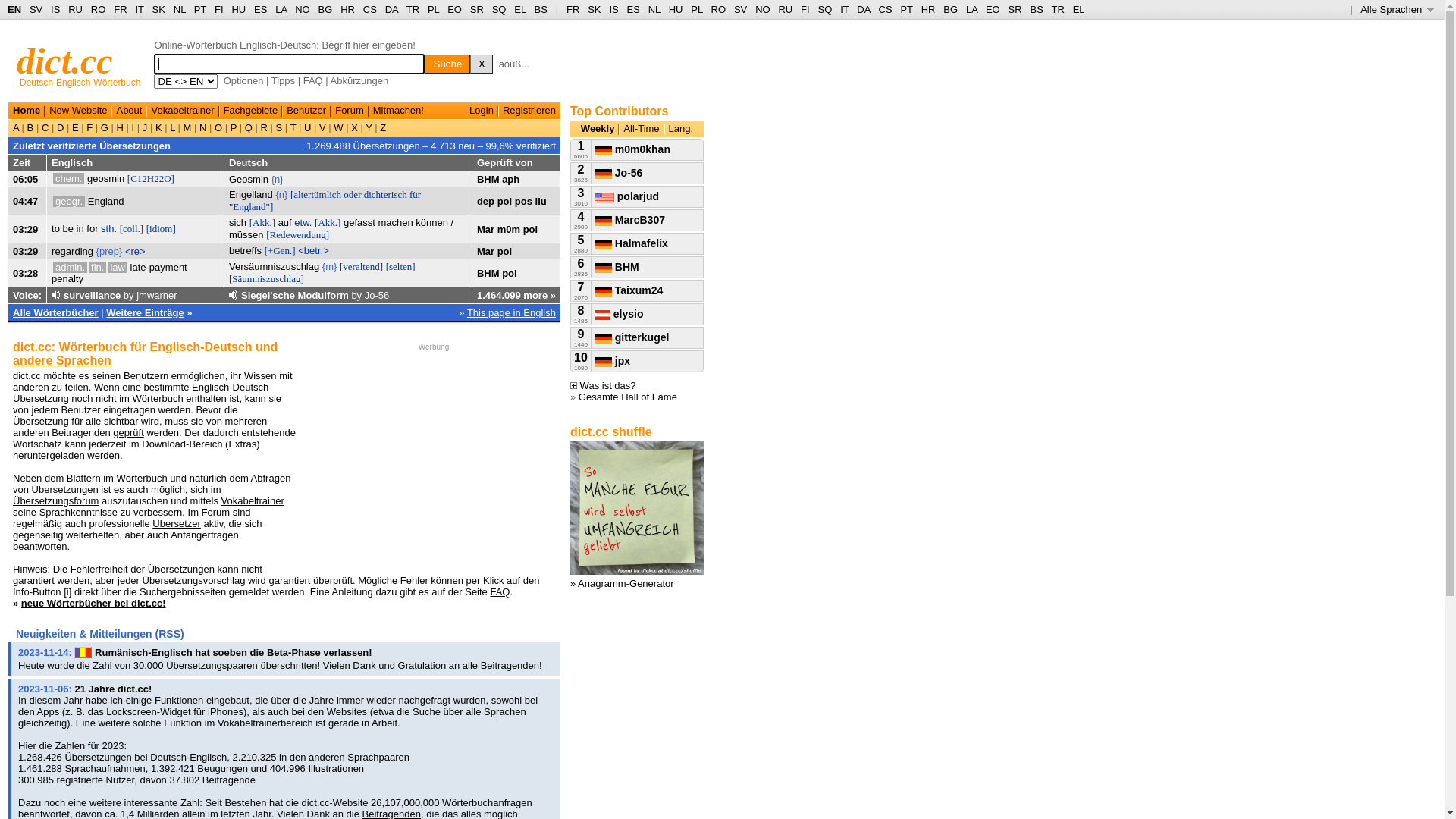 The height and width of the screenshot is (819, 1456). Describe the element at coordinates (145, 127) in the screenshot. I see `'J'` at that location.